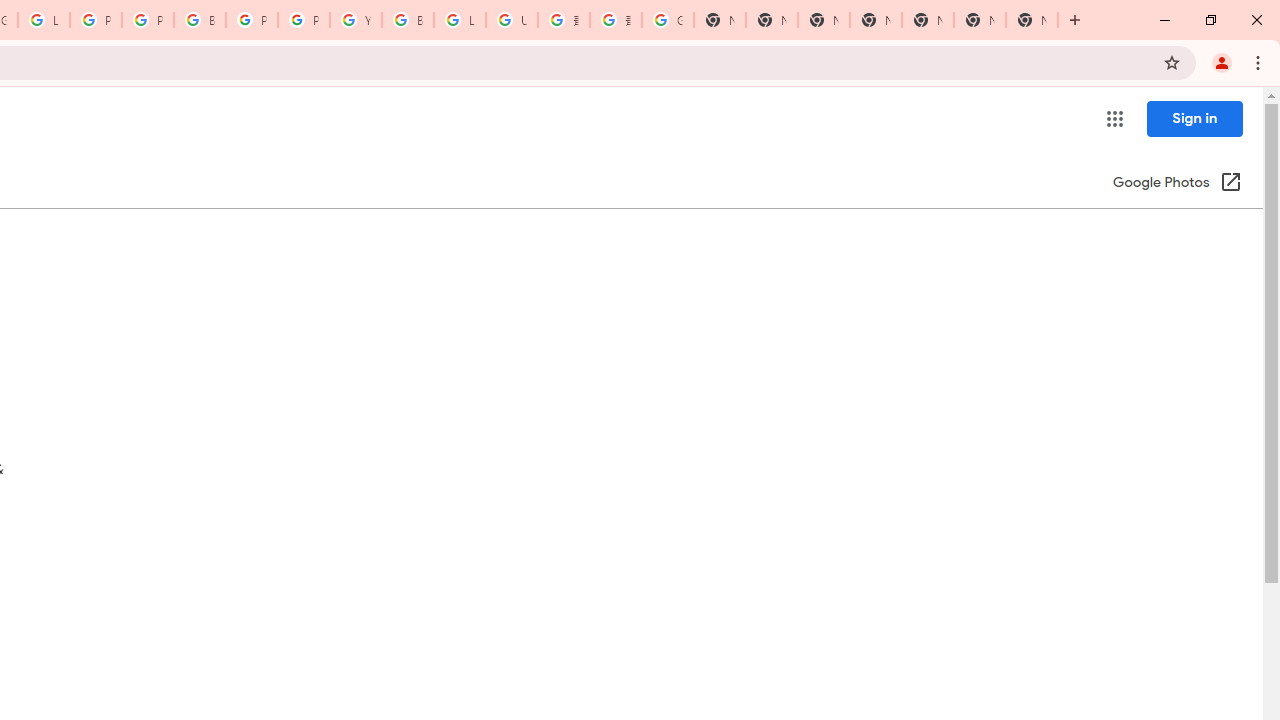  What do you see at coordinates (355, 20) in the screenshot?
I see `'YouTube'` at bounding box center [355, 20].